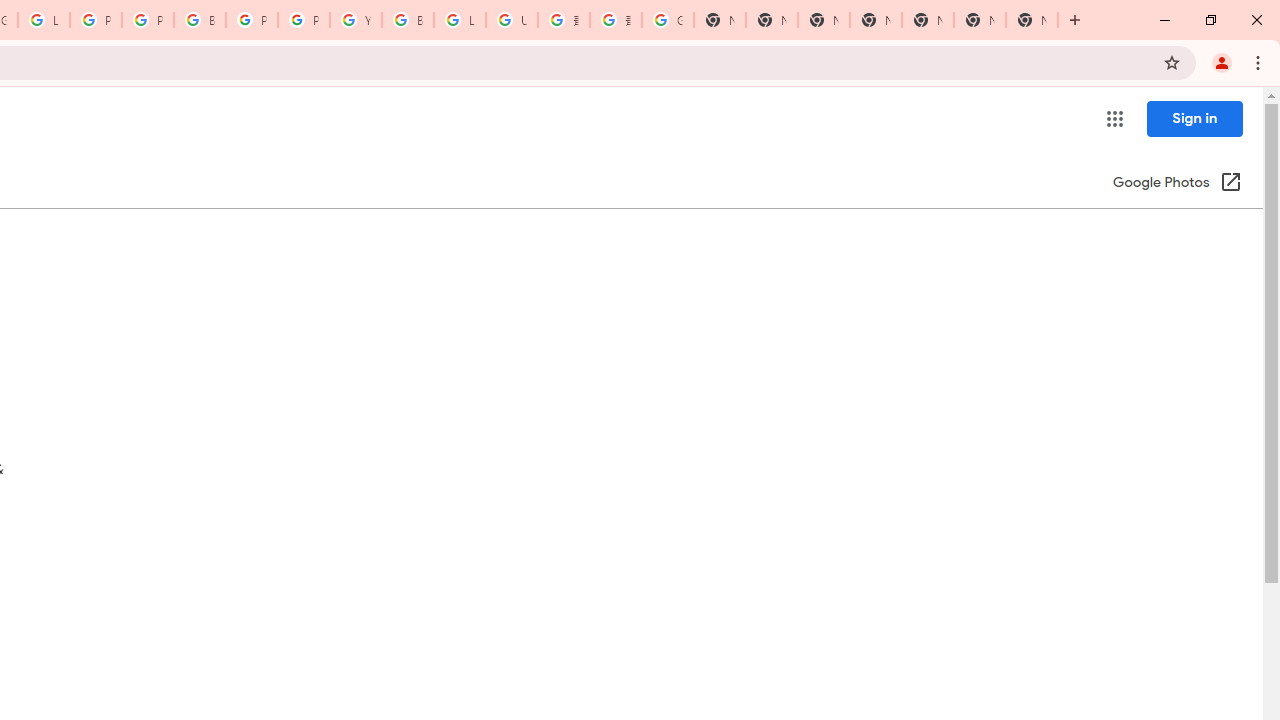  What do you see at coordinates (355, 20) in the screenshot?
I see `'YouTube'` at bounding box center [355, 20].